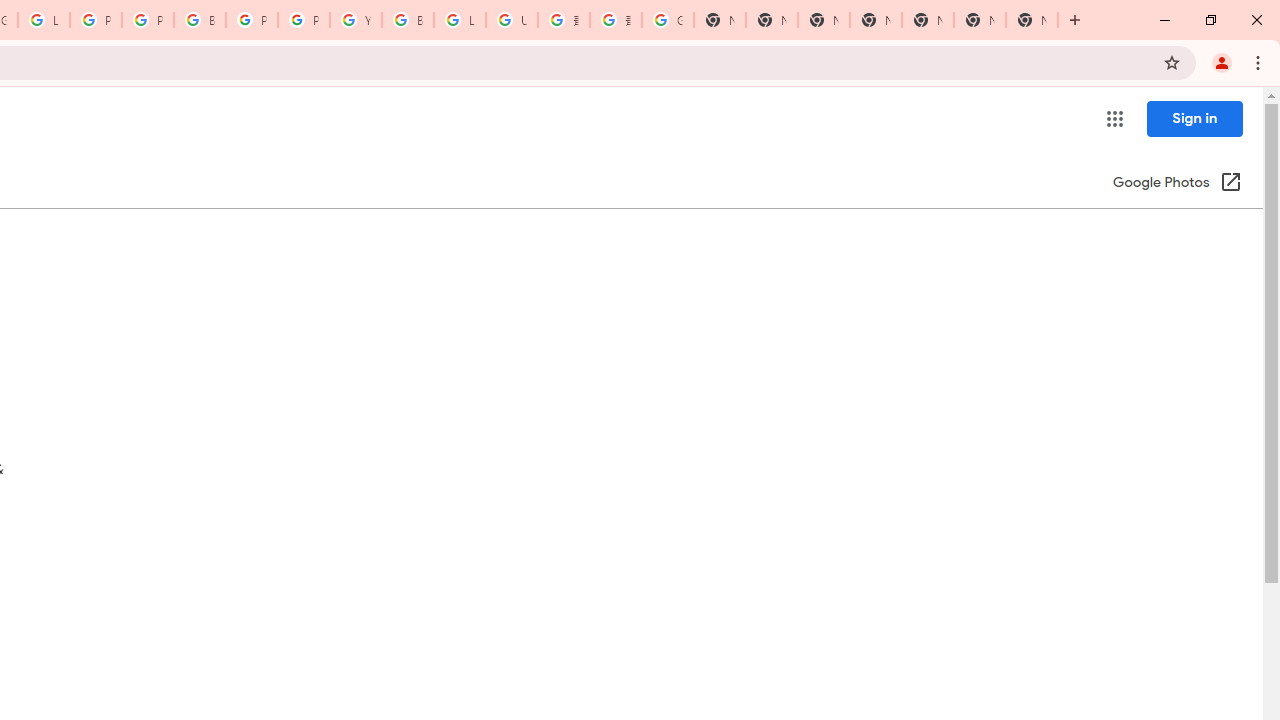  What do you see at coordinates (355, 20) in the screenshot?
I see `'YouTube'` at bounding box center [355, 20].